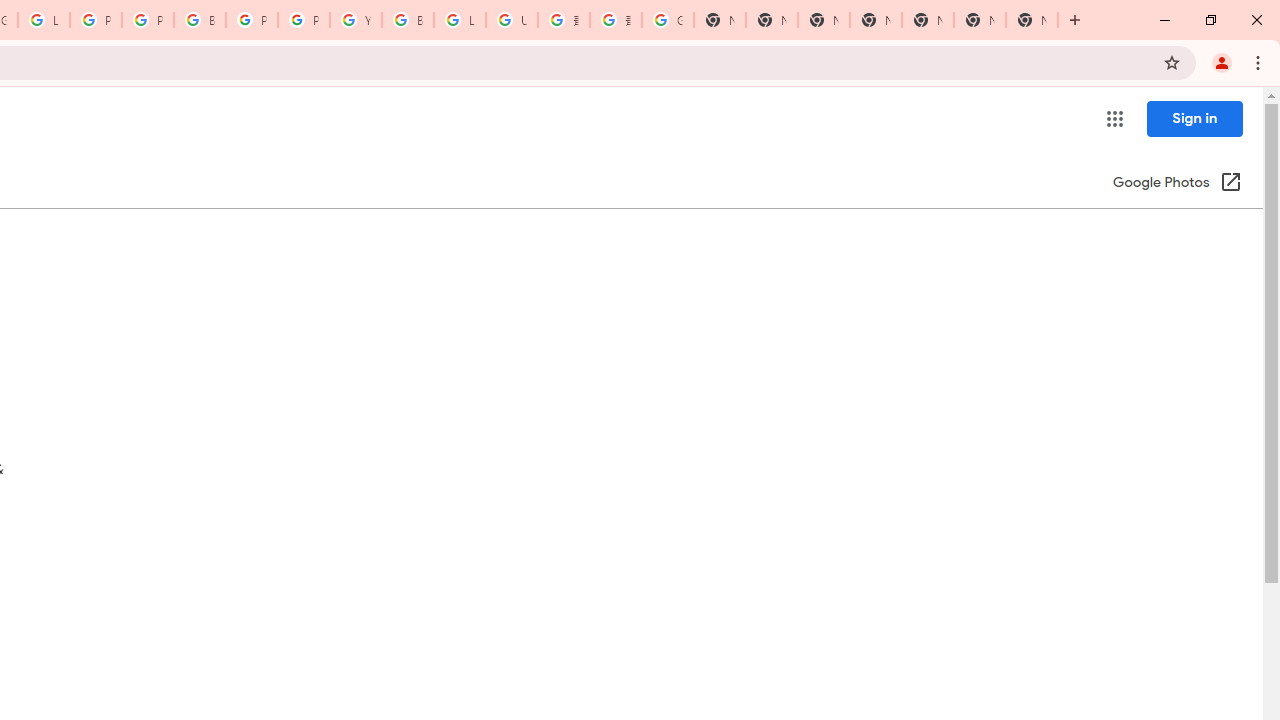  What do you see at coordinates (355, 20) in the screenshot?
I see `'YouTube'` at bounding box center [355, 20].